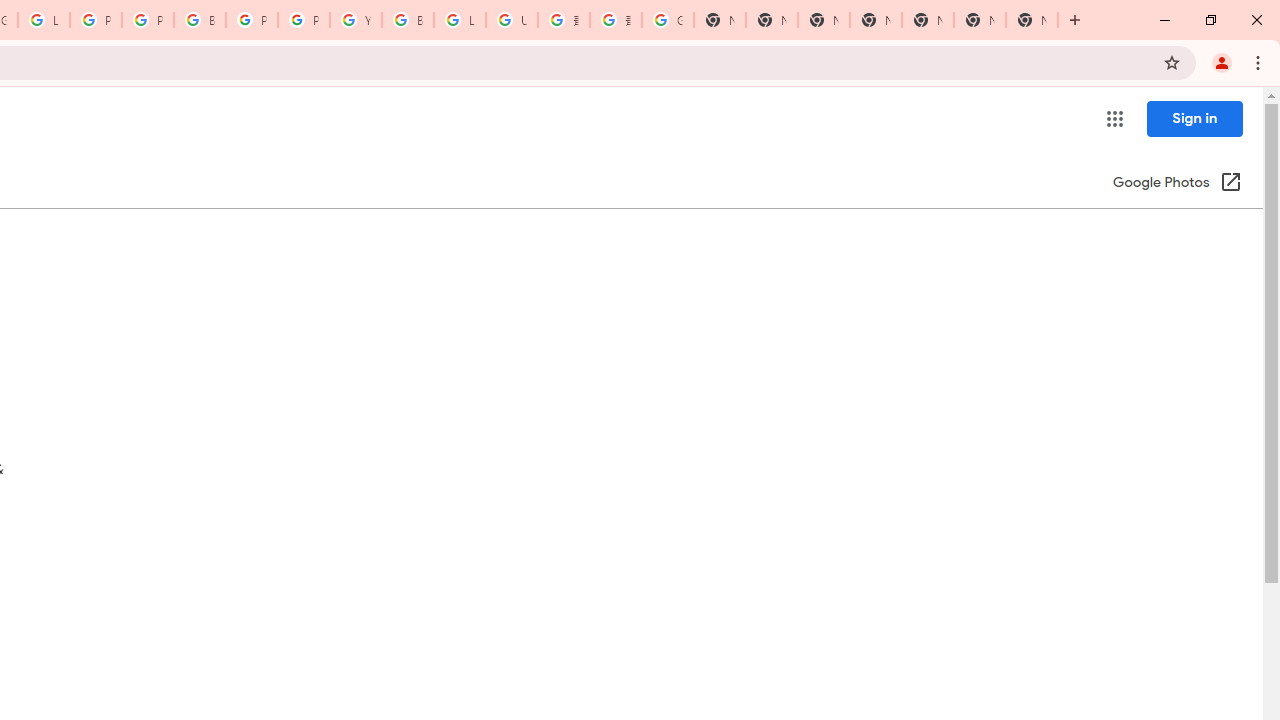  What do you see at coordinates (355, 20) in the screenshot?
I see `'YouTube'` at bounding box center [355, 20].